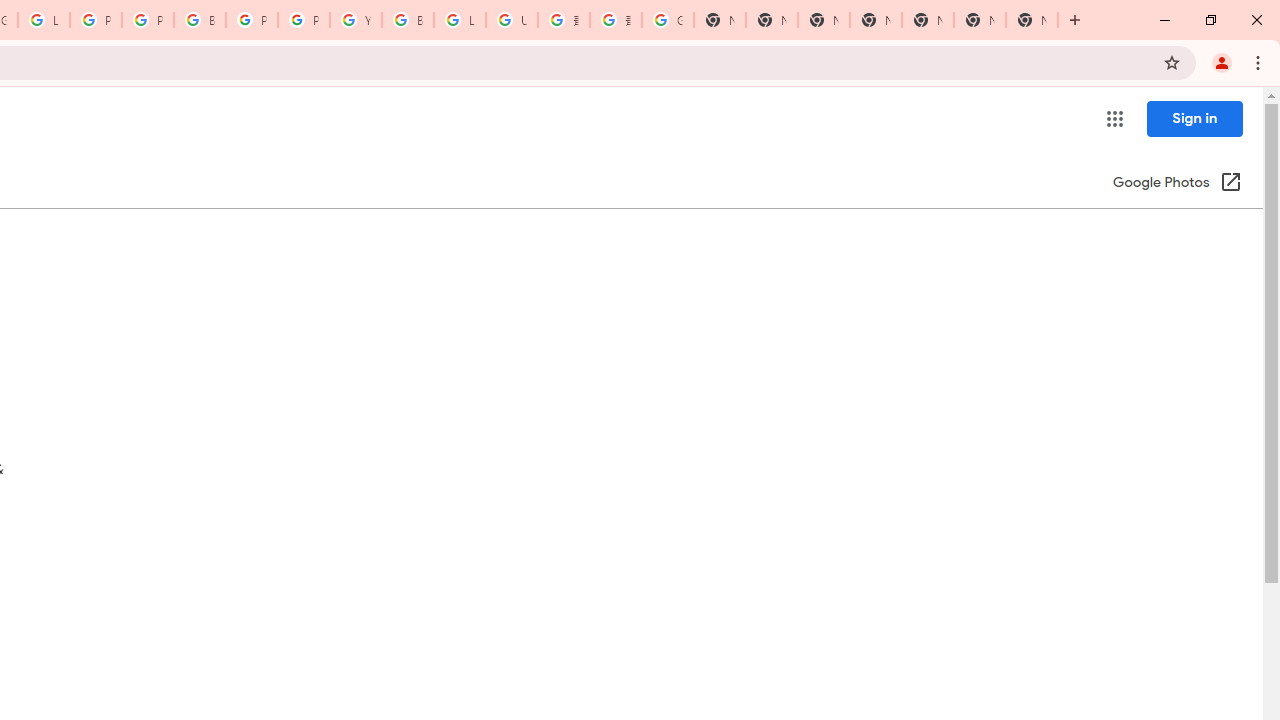  What do you see at coordinates (355, 20) in the screenshot?
I see `'YouTube'` at bounding box center [355, 20].